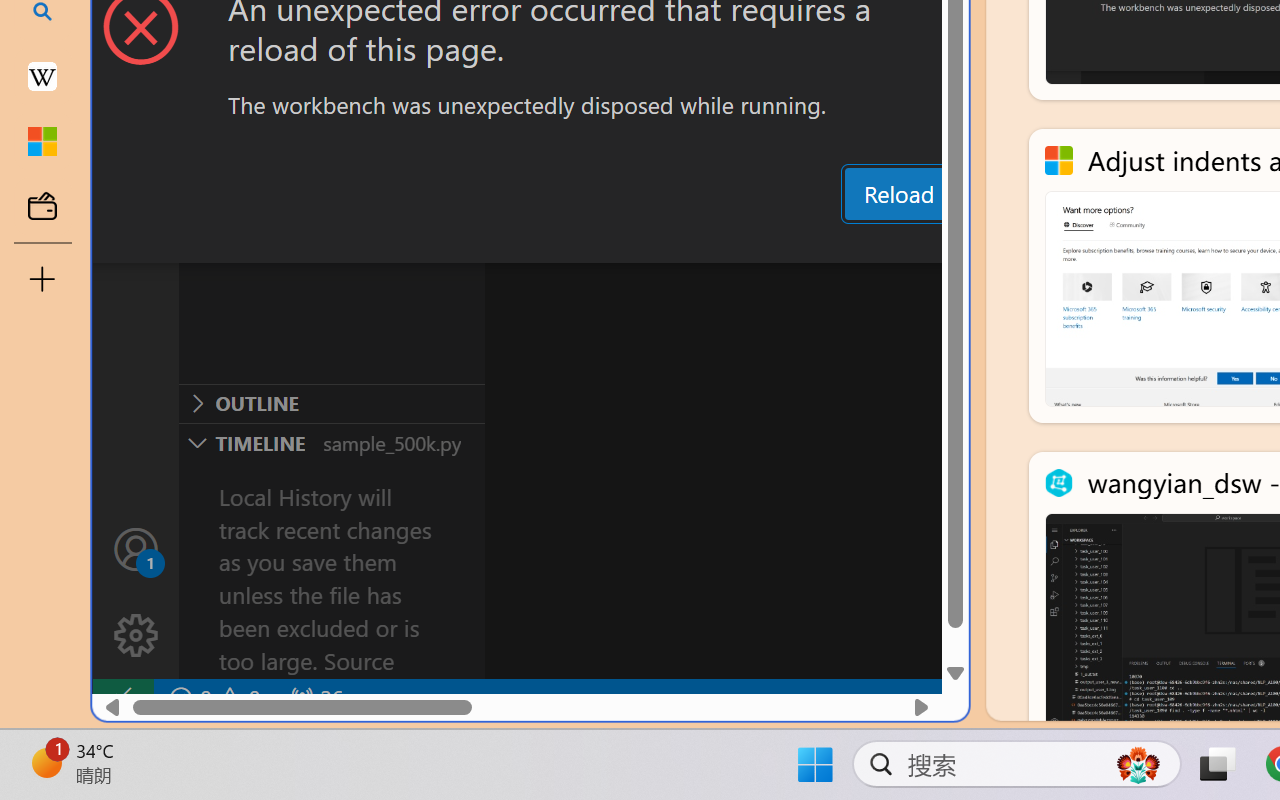 The width and height of the screenshot is (1280, 800). What do you see at coordinates (331, 441) in the screenshot?
I see `'Timeline Section'` at bounding box center [331, 441].